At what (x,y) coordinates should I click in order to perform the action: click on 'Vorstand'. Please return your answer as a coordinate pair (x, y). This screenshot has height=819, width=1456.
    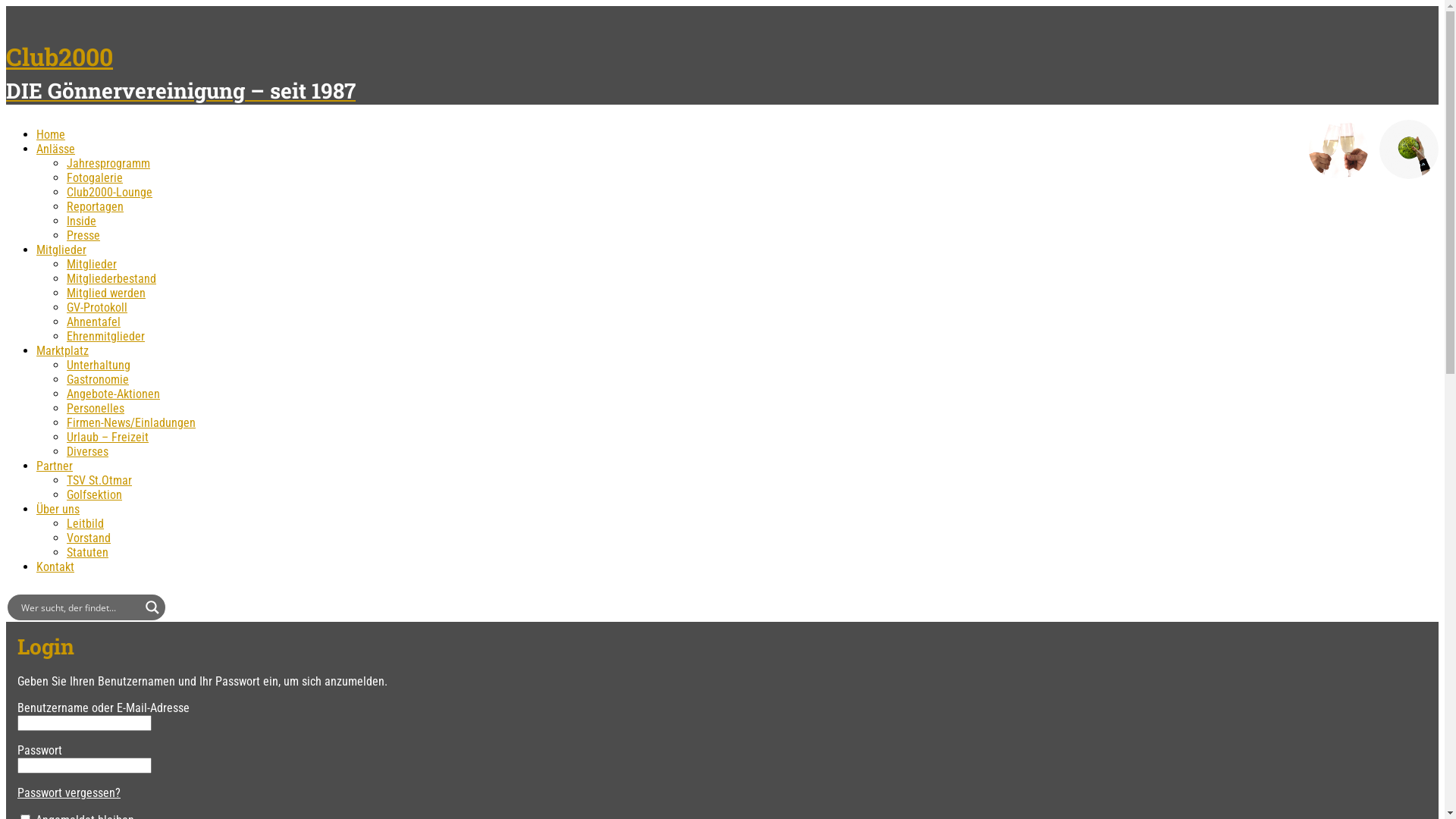
    Looking at the image, I should click on (87, 537).